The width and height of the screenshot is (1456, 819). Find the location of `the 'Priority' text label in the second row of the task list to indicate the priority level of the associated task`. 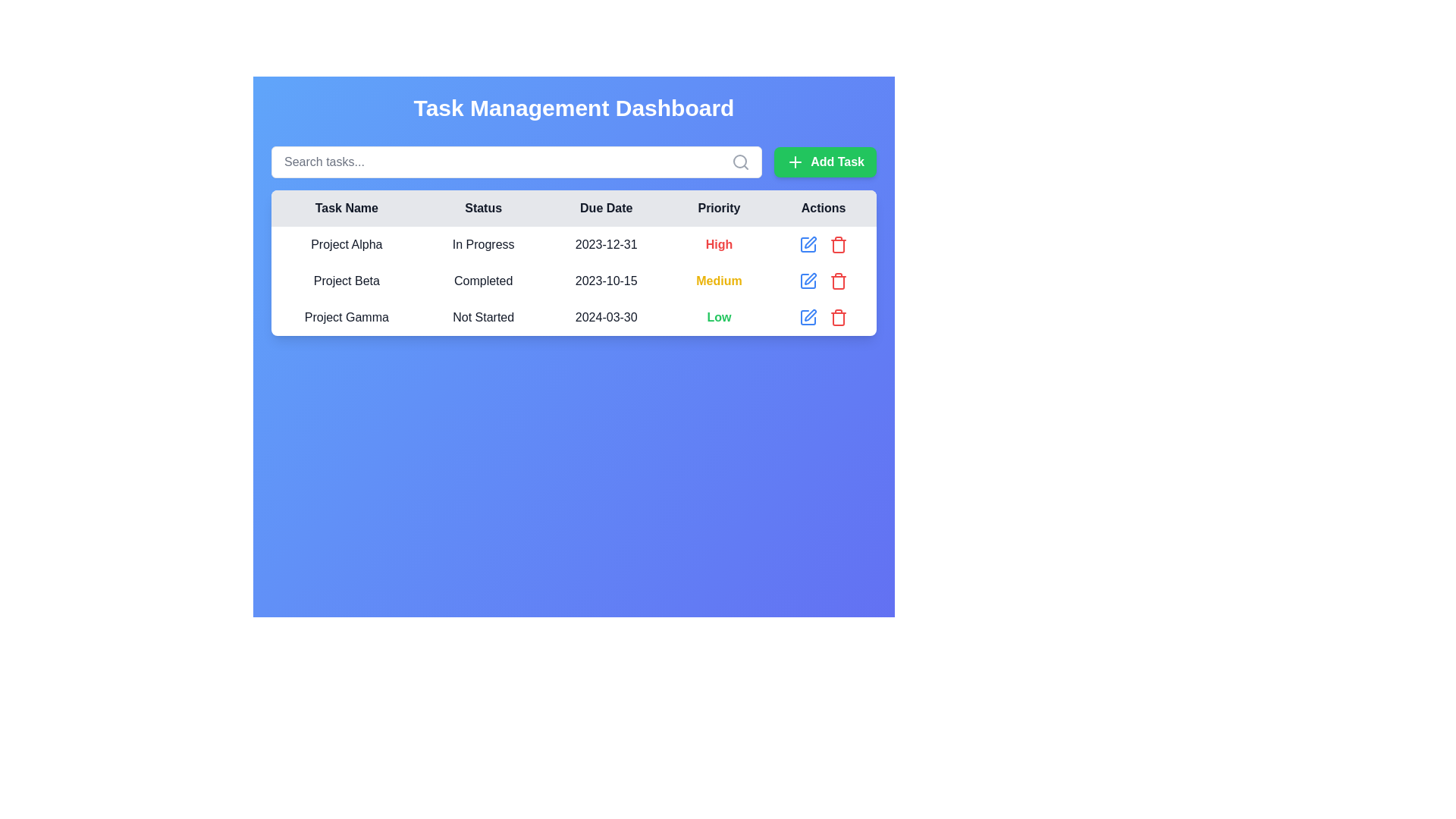

the 'Priority' text label in the second row of the task list to indicate the priority level of the associated task is located at coordinates (718, 281).